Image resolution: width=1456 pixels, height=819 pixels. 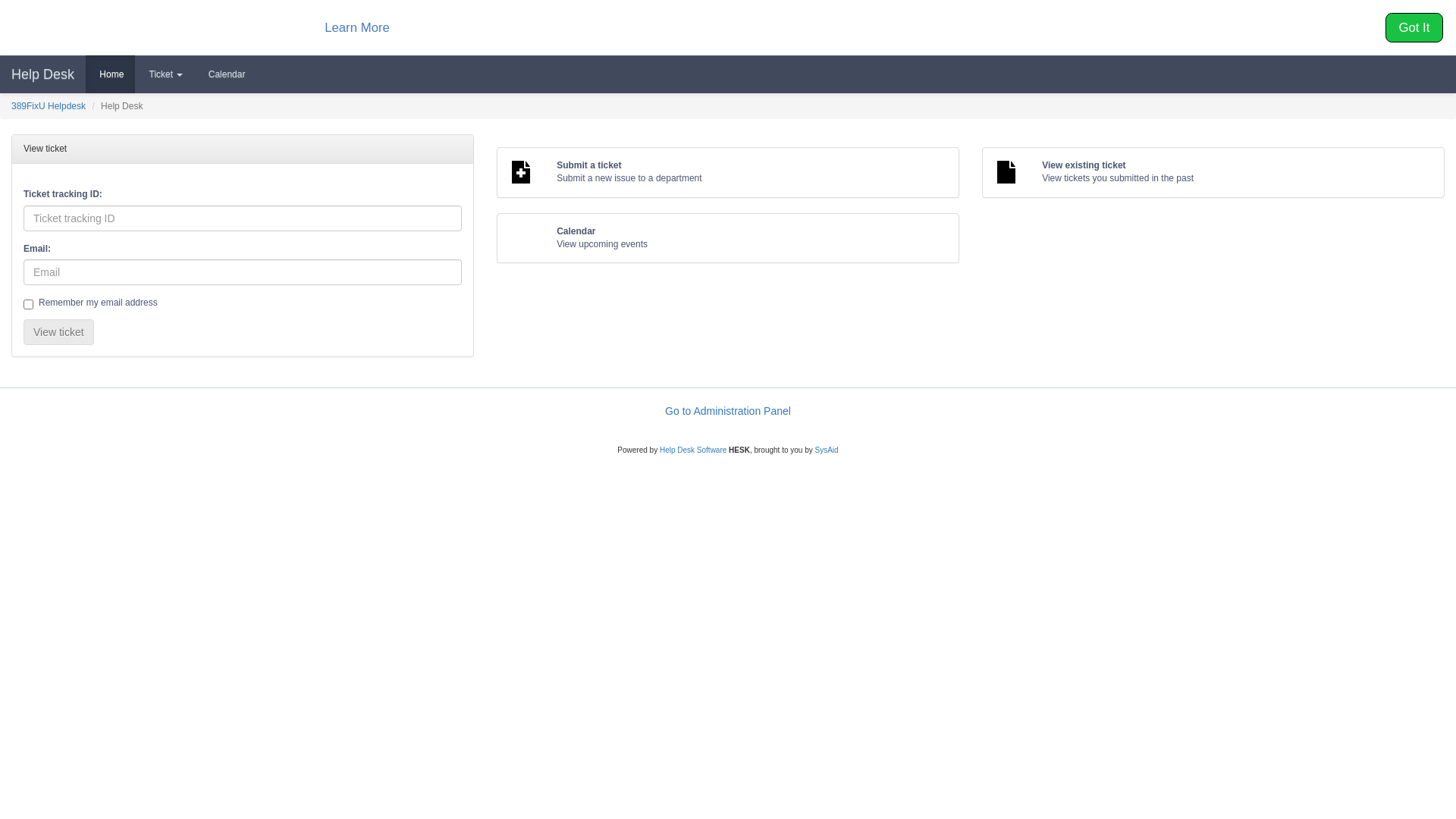 What do you see at coordinates (728, 237) in the screenshot?
I see `'Calendar` at bounding box center [728, 237].